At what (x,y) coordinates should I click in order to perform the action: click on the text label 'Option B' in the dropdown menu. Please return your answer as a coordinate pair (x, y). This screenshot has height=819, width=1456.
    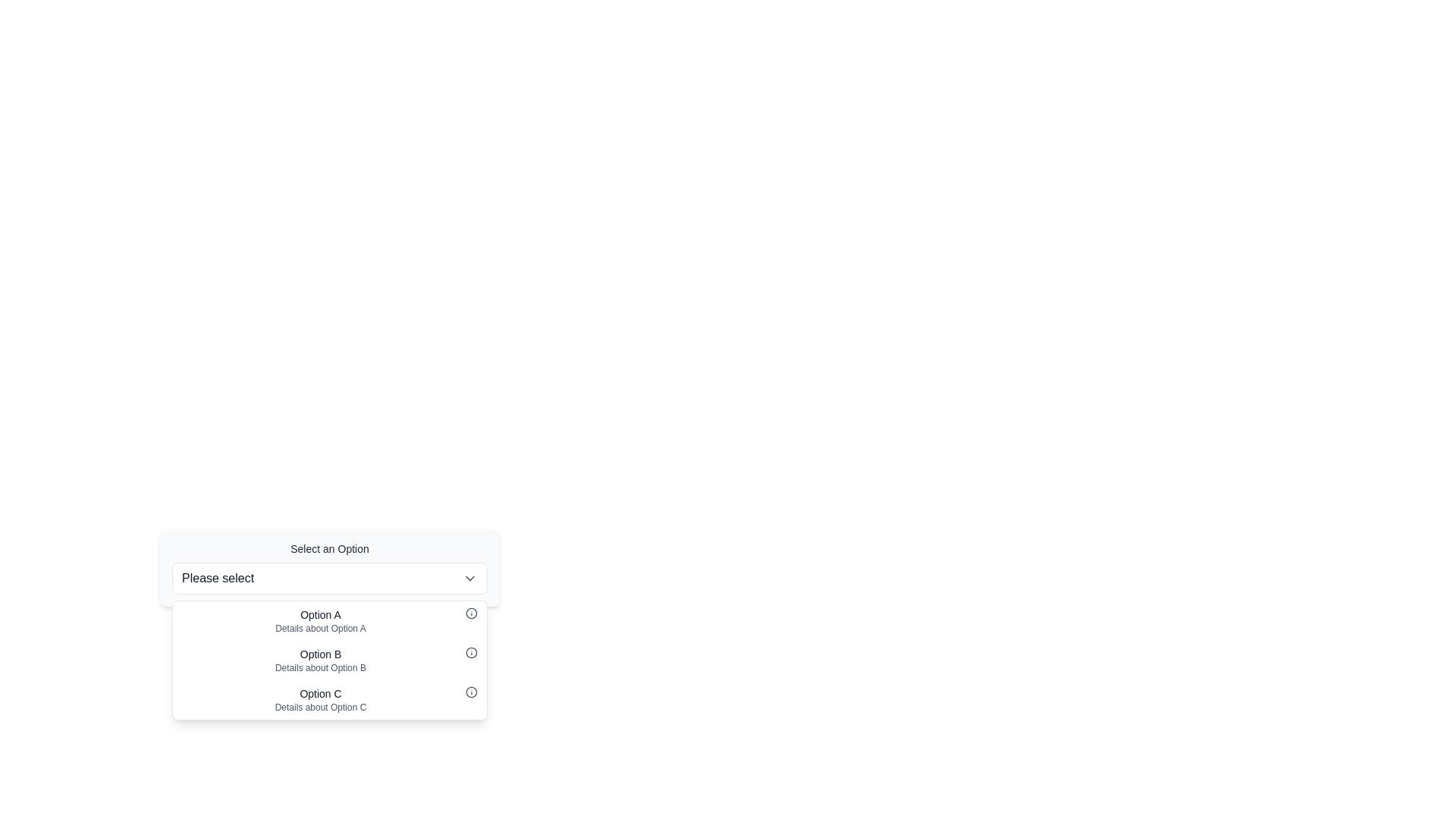
    Looking at the image, I should click on (319, 654).